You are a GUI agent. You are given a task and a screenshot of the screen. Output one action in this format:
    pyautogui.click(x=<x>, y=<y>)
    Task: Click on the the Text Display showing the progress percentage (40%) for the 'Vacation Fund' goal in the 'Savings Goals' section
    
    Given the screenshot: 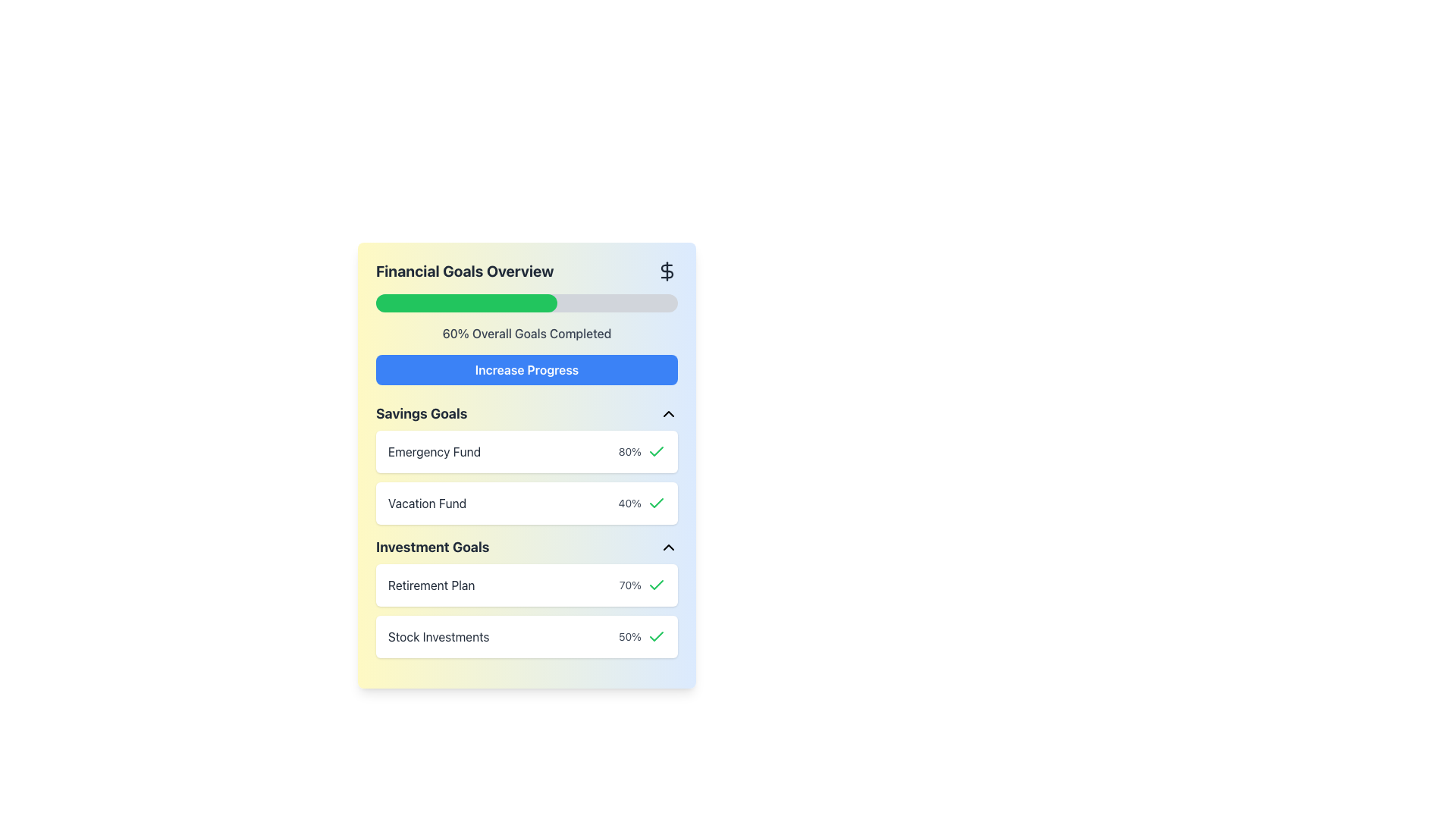 What is the action you would take?
    pyautogui.click(x=642, y=503)
    